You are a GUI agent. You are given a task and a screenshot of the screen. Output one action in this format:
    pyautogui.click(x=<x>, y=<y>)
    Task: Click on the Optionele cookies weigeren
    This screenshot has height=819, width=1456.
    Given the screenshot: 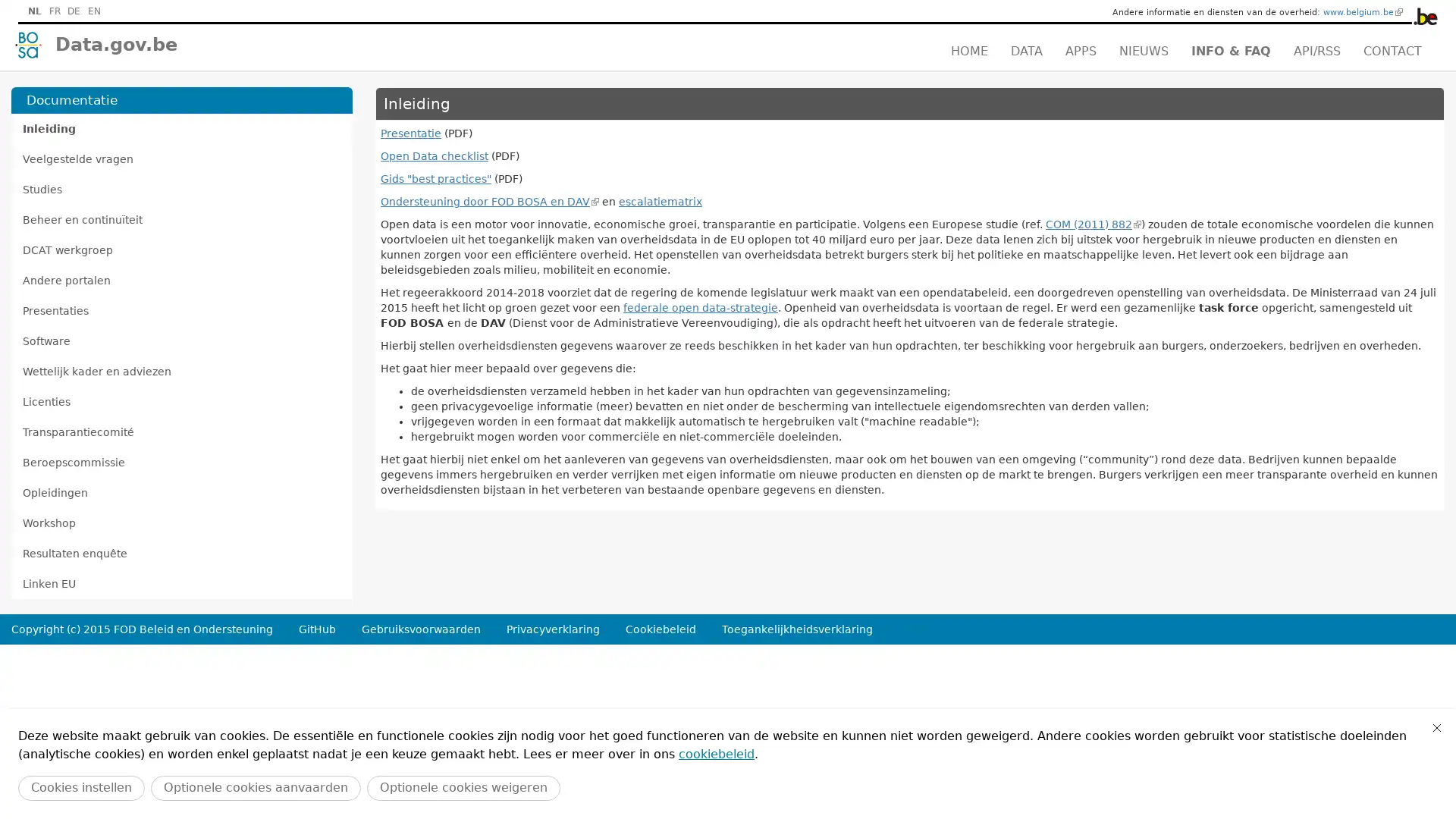 What is the action you would take?
    pyautogui.click(x=463, y=787)
    